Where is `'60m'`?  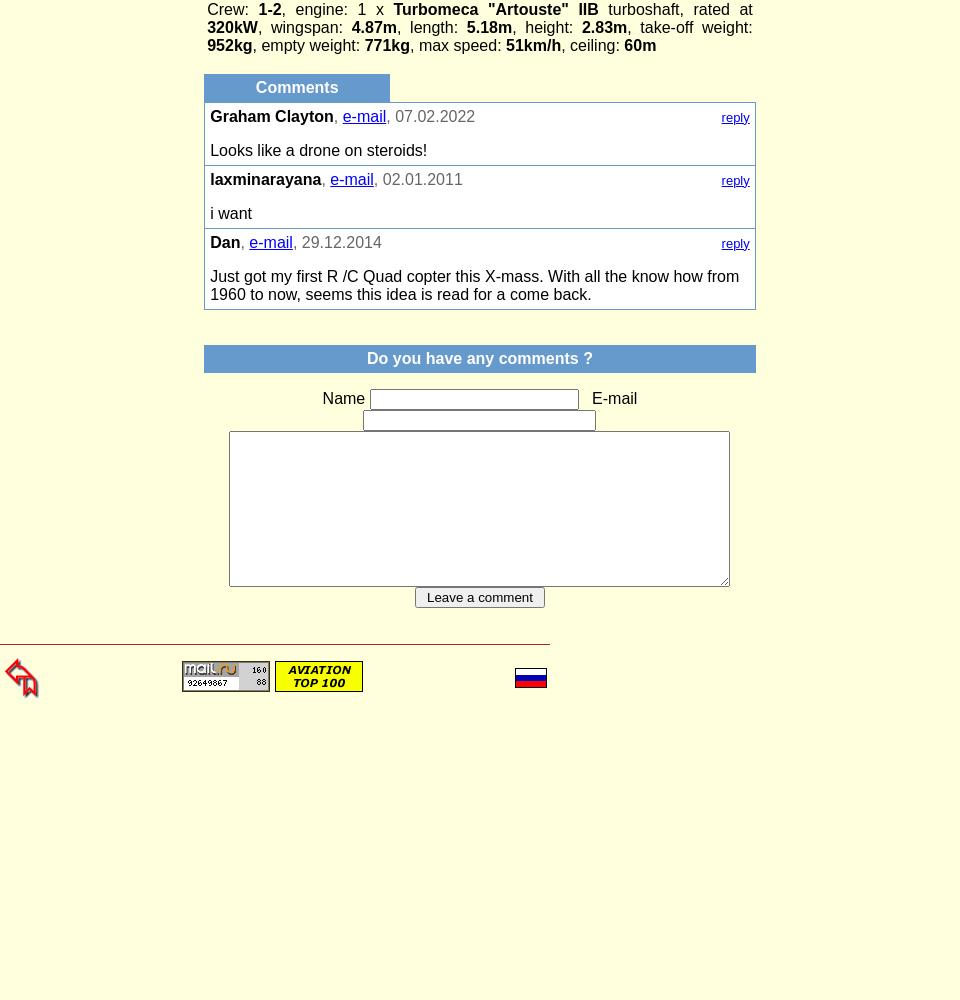
'60m' is located at coordinates (636, 45).